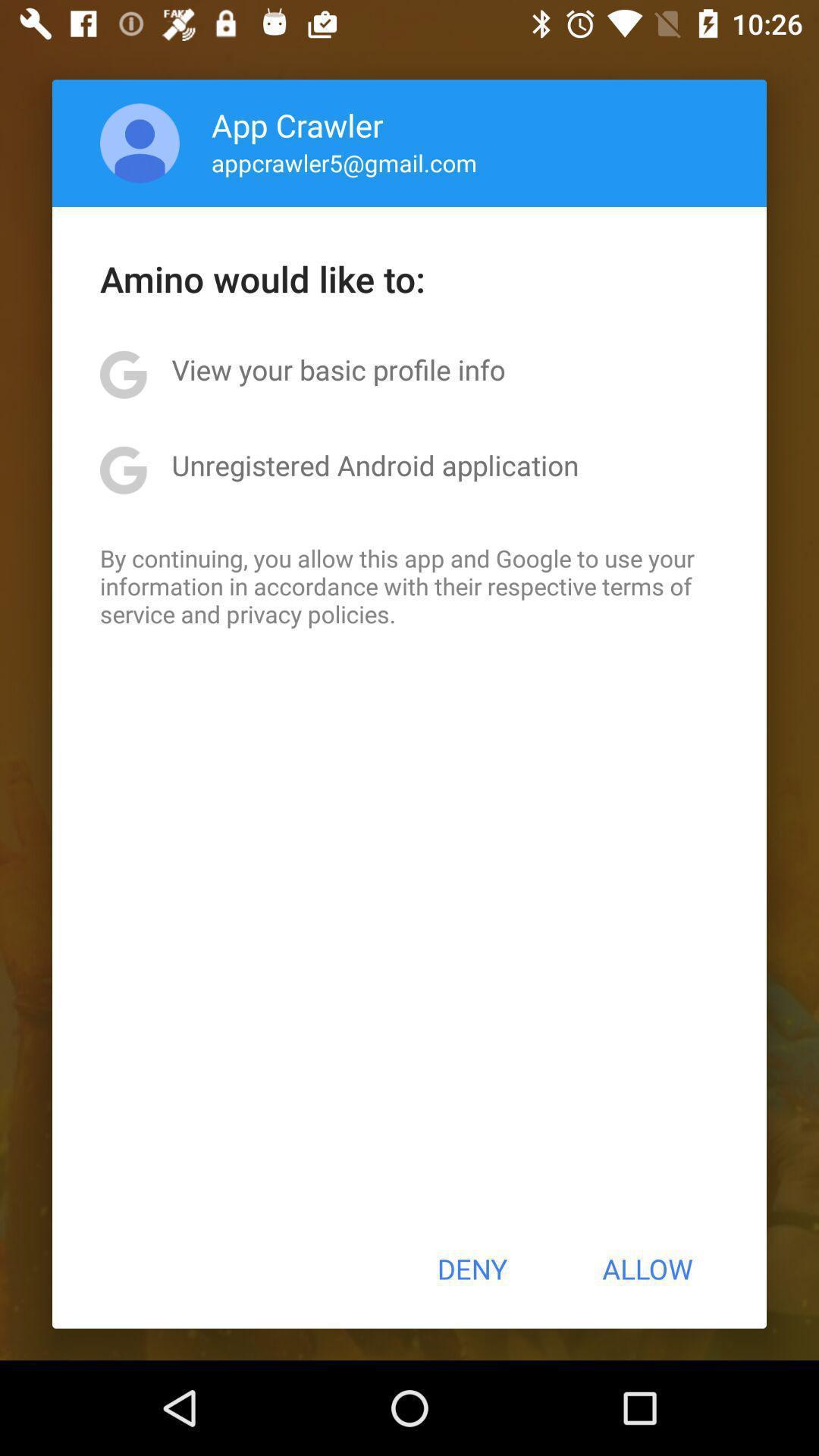 This screenshot has height=1456, width=819. What do you see at coordinates (337, 369) in the screenshot?
I see `item below the amino would like item` at bounding box center [337, 369].